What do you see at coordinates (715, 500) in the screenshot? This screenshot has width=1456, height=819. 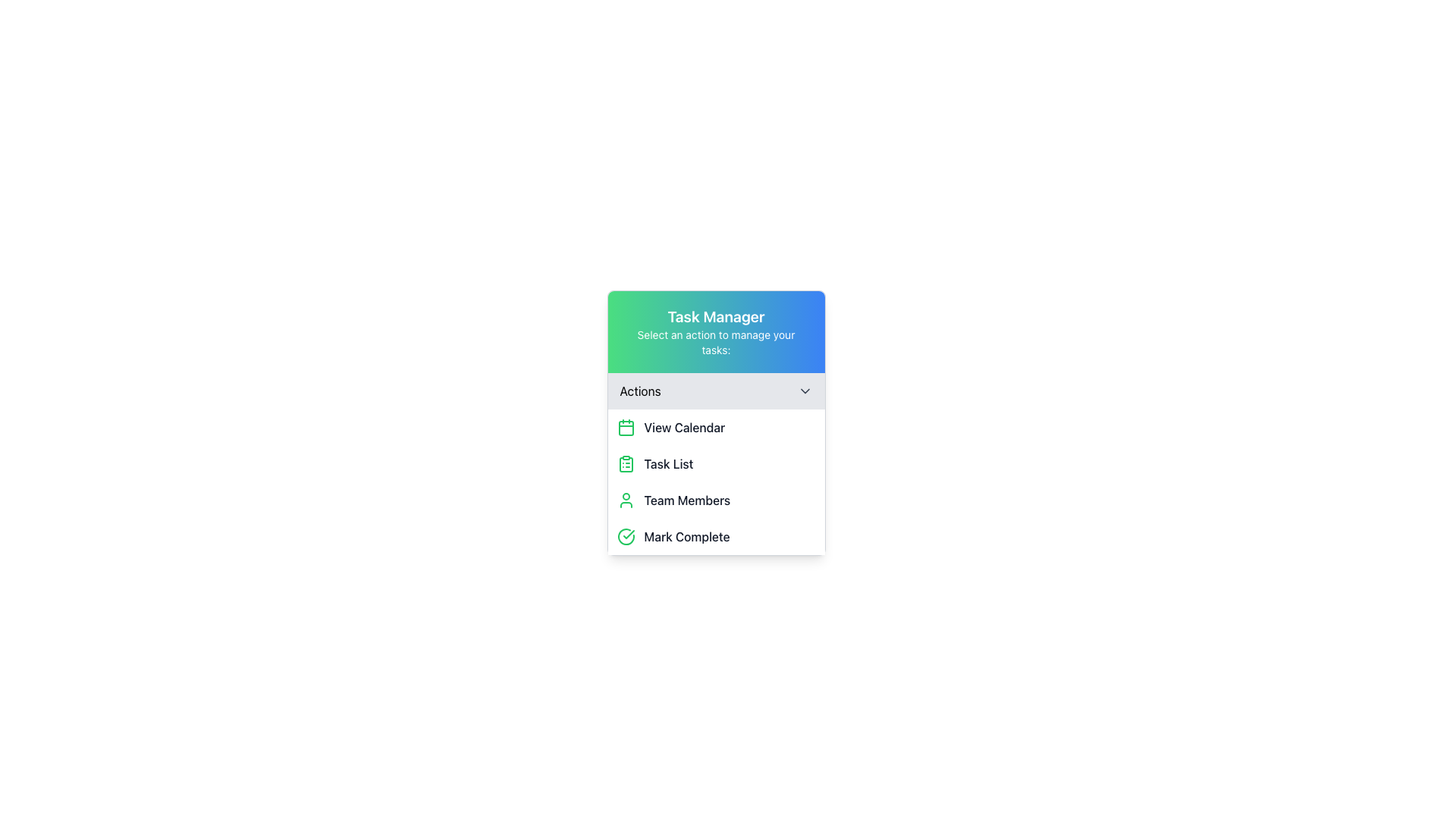 I see `the 'Team Members' button-like interactive list item located in the 'Task Manager' panel` at bounding box center [715, 500].